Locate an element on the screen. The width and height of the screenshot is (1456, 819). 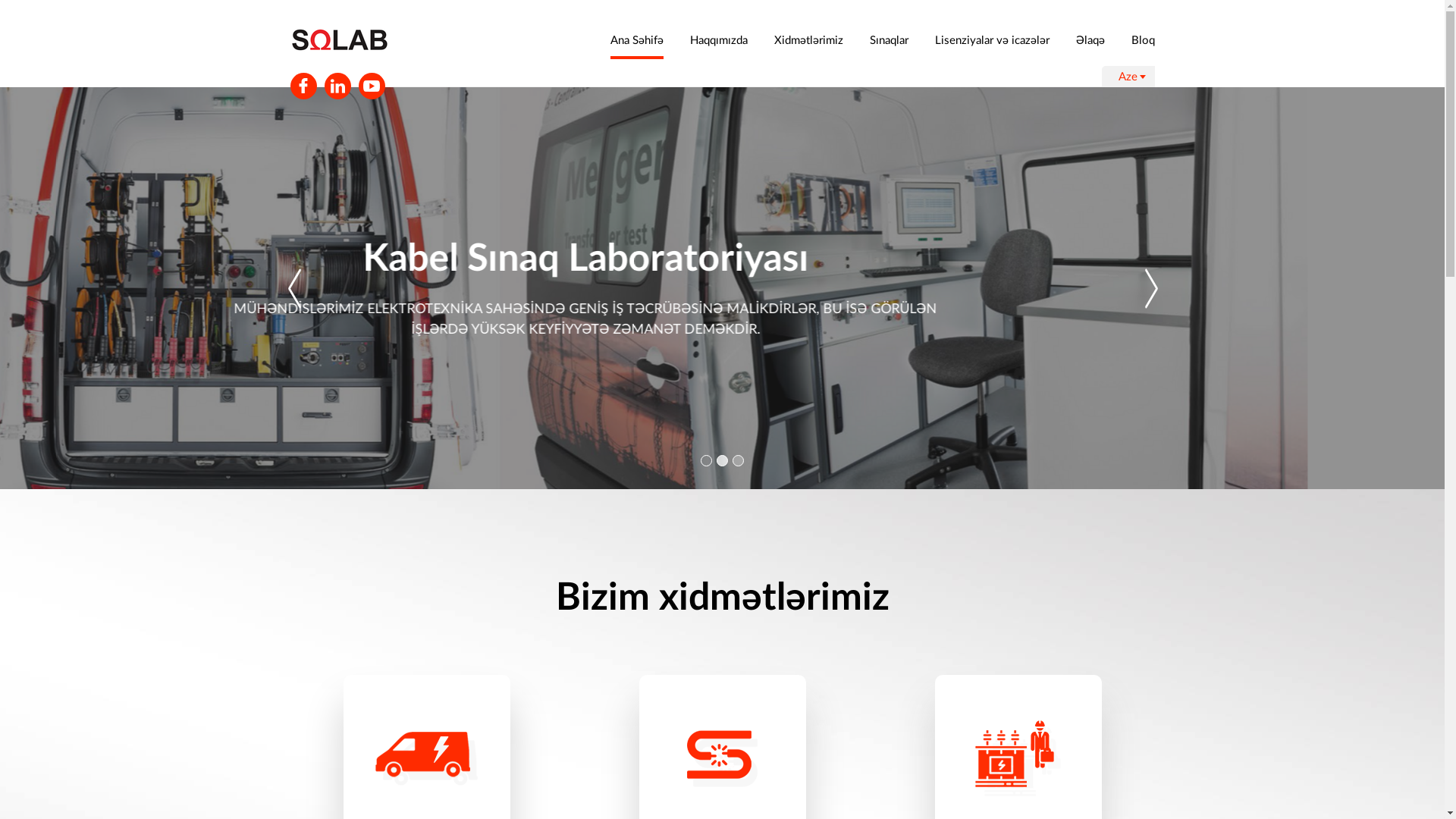
'Bloq' is located at coordinates (1143, 39).